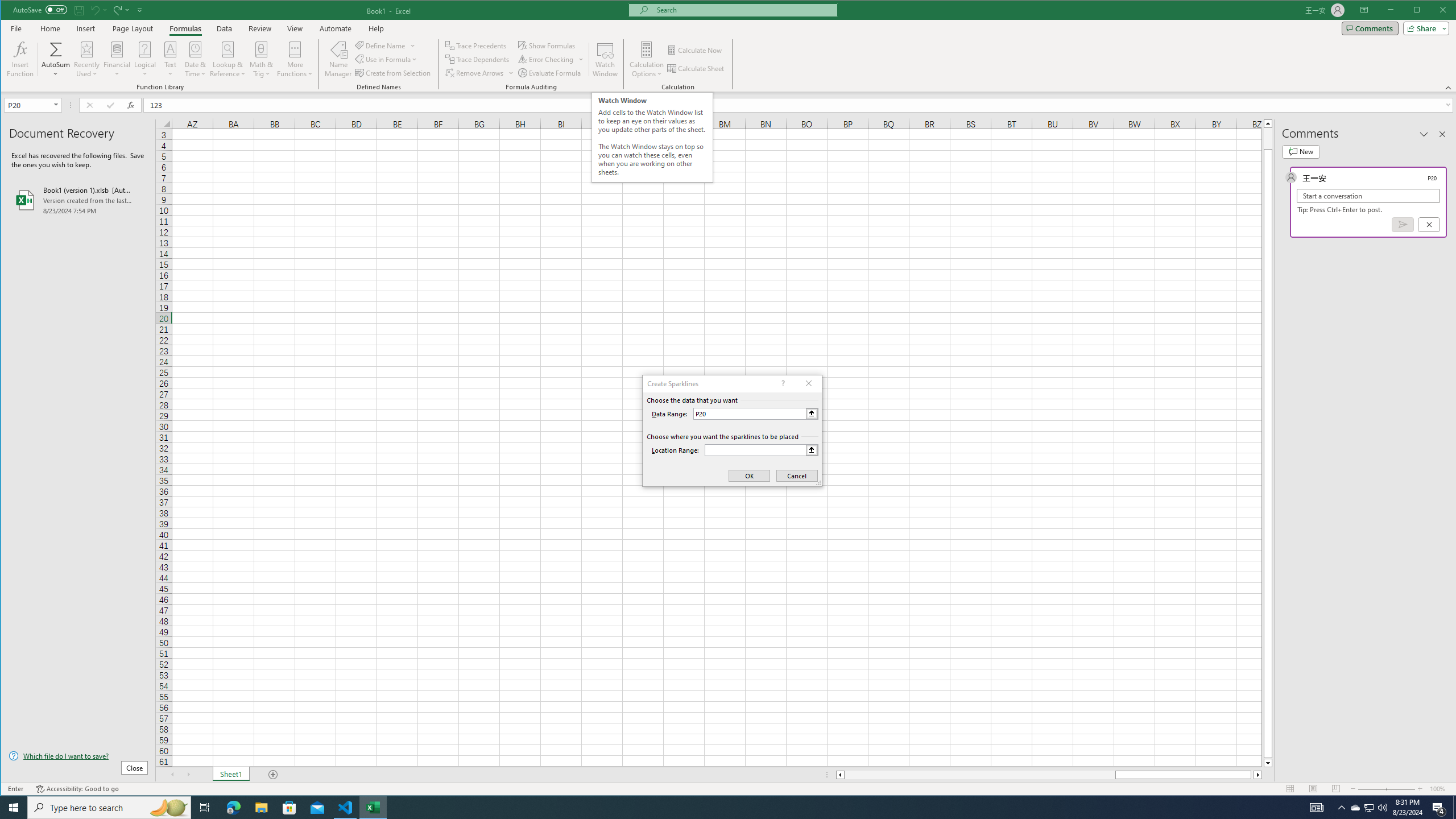 This screenshot has width=1456, height=819. Describe the element at coordinates (380, 45) in the screenshot. I see `'Define Name...'` at that location.